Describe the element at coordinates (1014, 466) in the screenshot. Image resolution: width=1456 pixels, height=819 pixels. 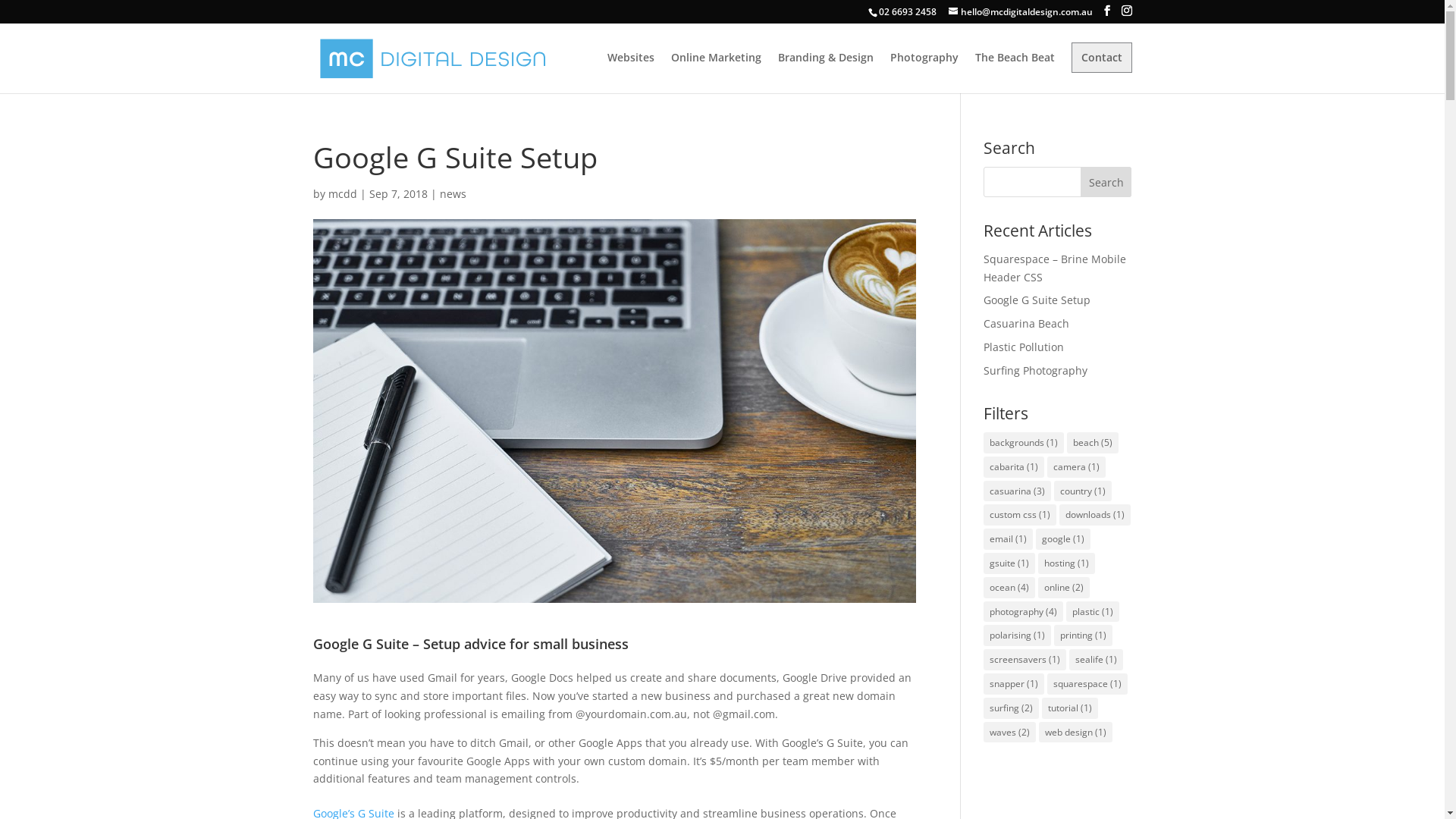
I see `'cabarita (1)'` at that location.